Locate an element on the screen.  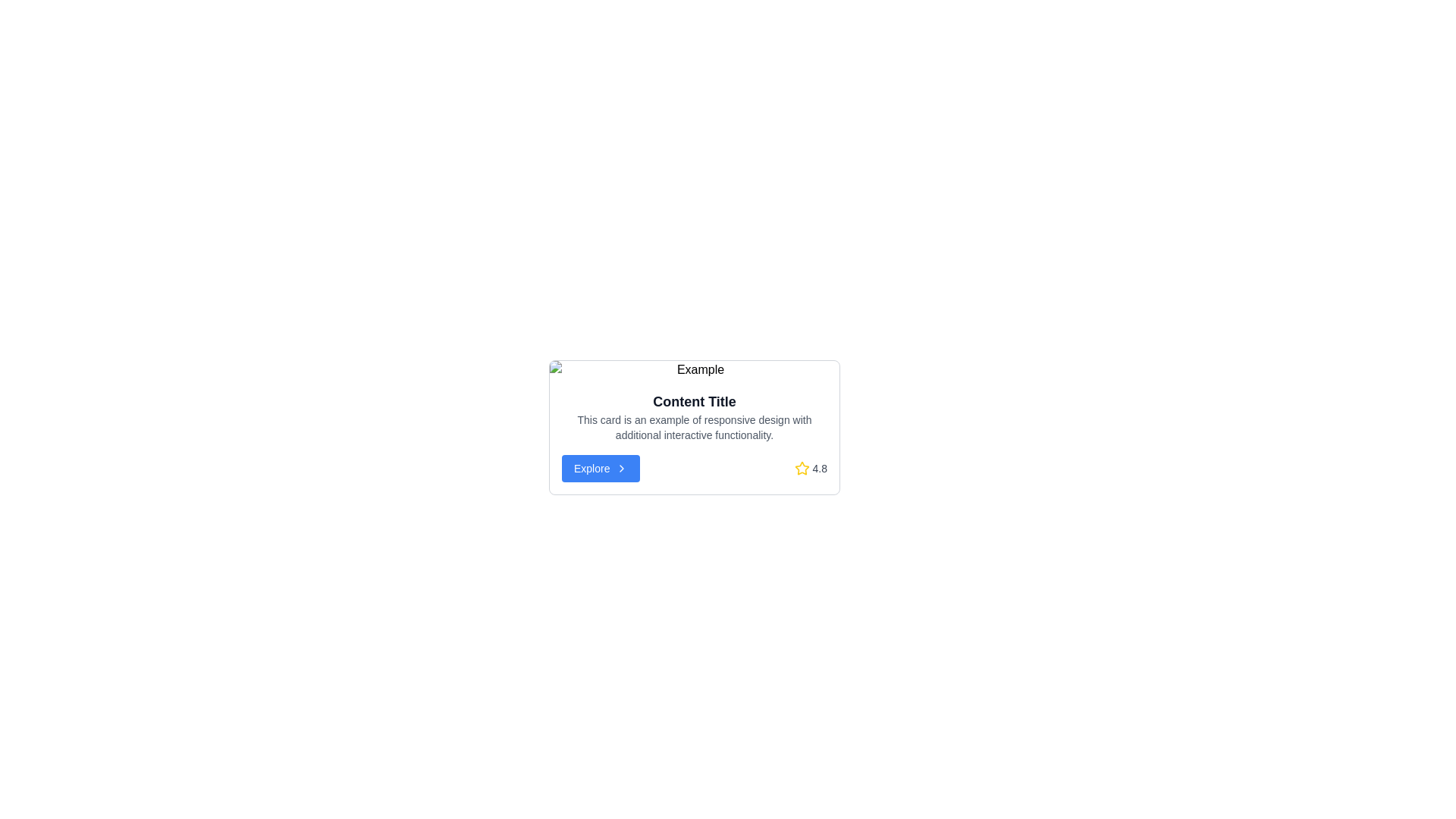
the numerical rating display component showing '4.8', which is positioned to the right of a yellow star icon in the bottom right corner of the card component is located at coordinates (819, 467).